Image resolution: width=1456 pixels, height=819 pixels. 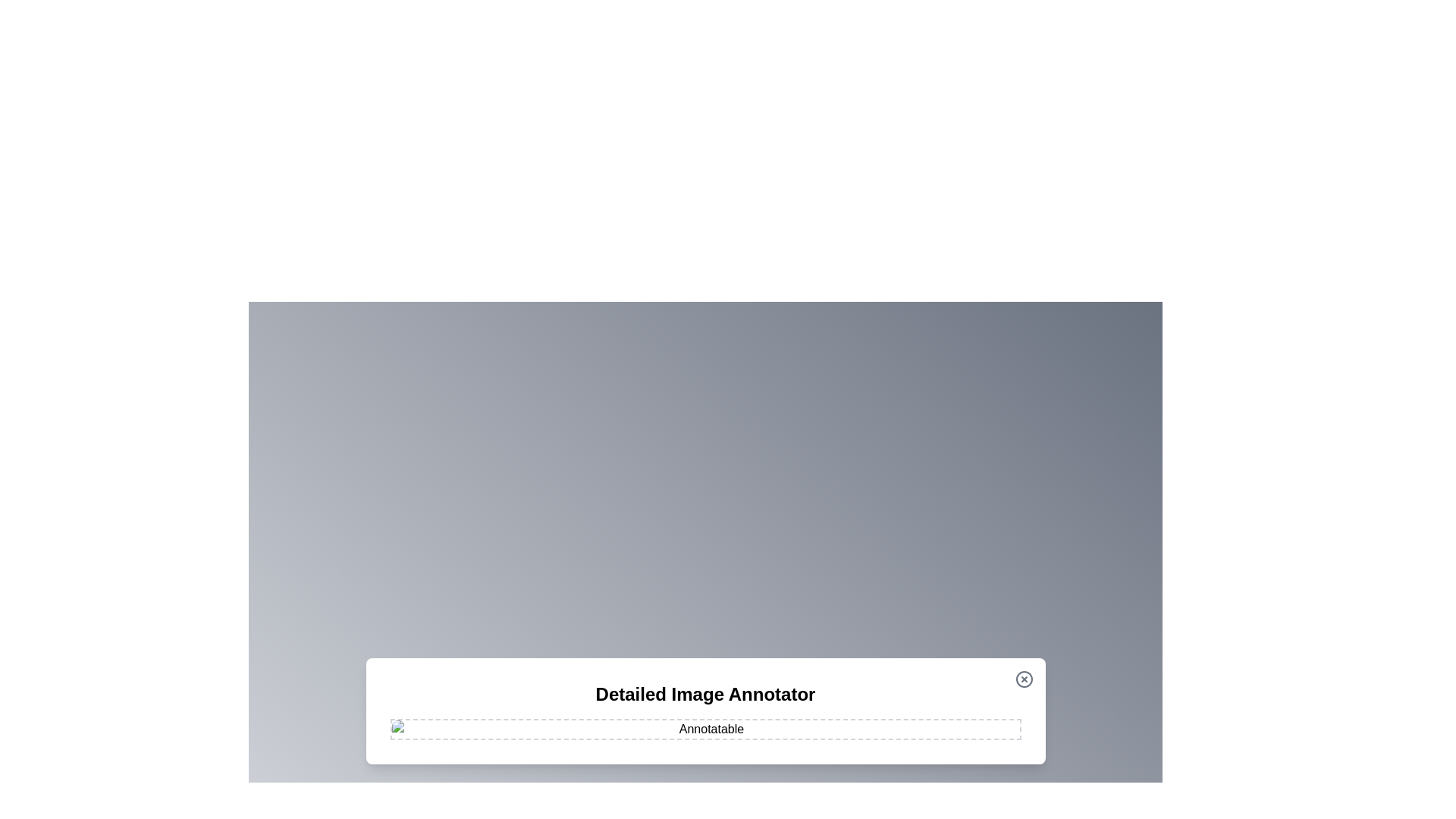 I want to click on the image at coordinates (537, 968) to add an annotation, so click(x=407, y=733).